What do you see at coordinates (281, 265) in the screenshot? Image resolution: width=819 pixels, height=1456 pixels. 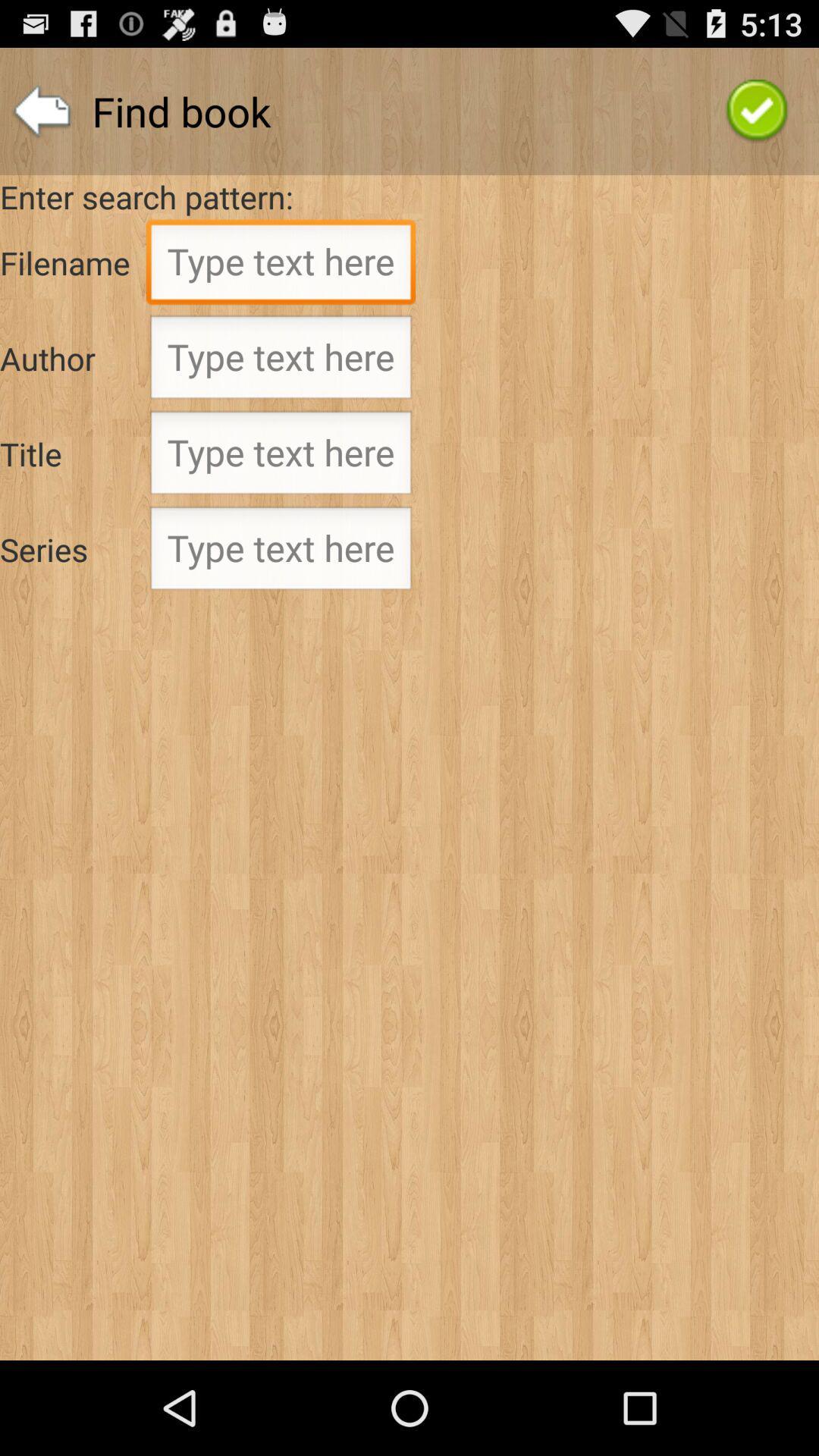 I see `filaname textbox` at bounding box center [281, 265].